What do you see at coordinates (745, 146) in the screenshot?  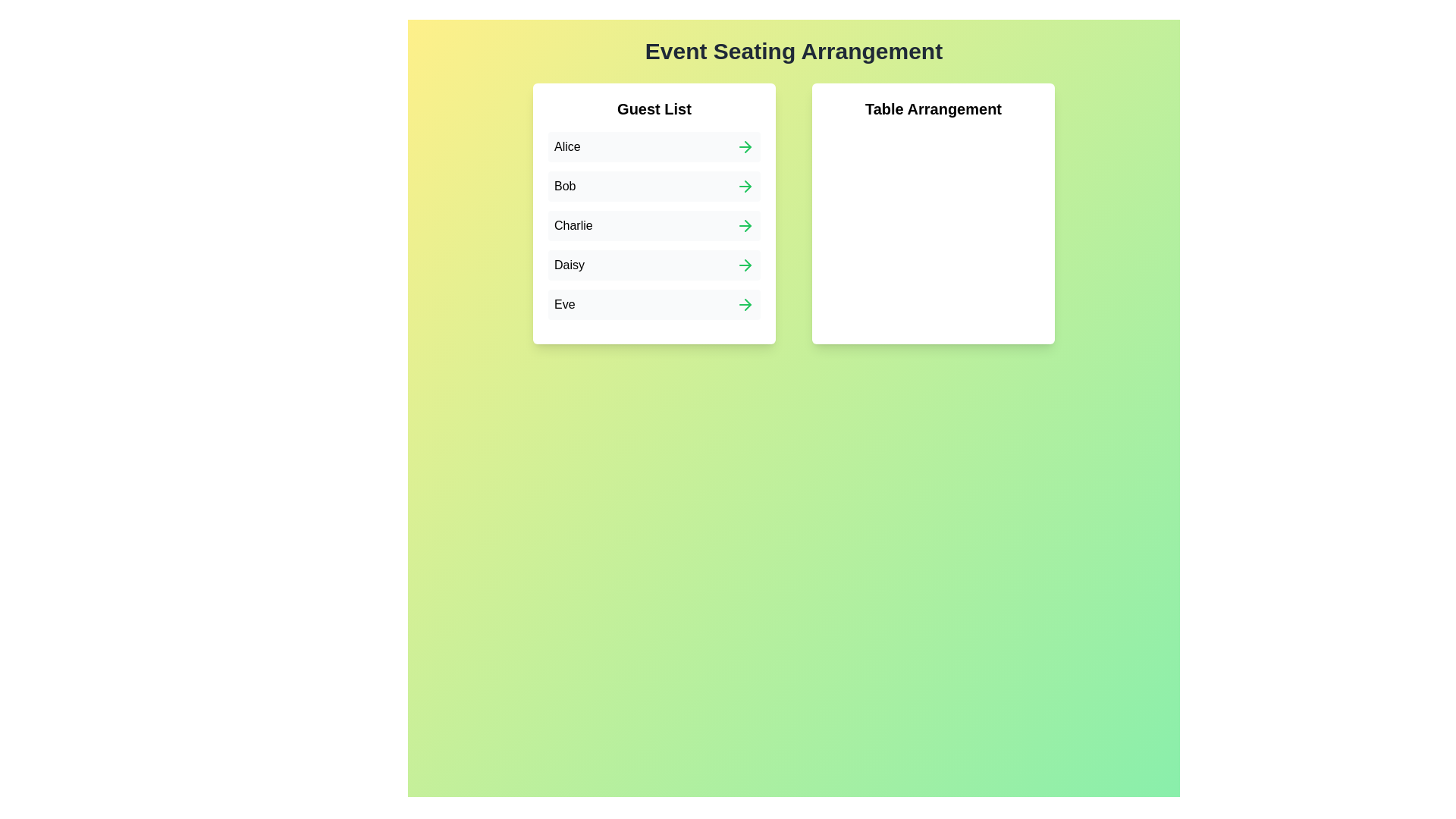 I see `the arrow next to Alice in the Guest List to add them to the Table Arrangement` at bounding box center [745, 146].